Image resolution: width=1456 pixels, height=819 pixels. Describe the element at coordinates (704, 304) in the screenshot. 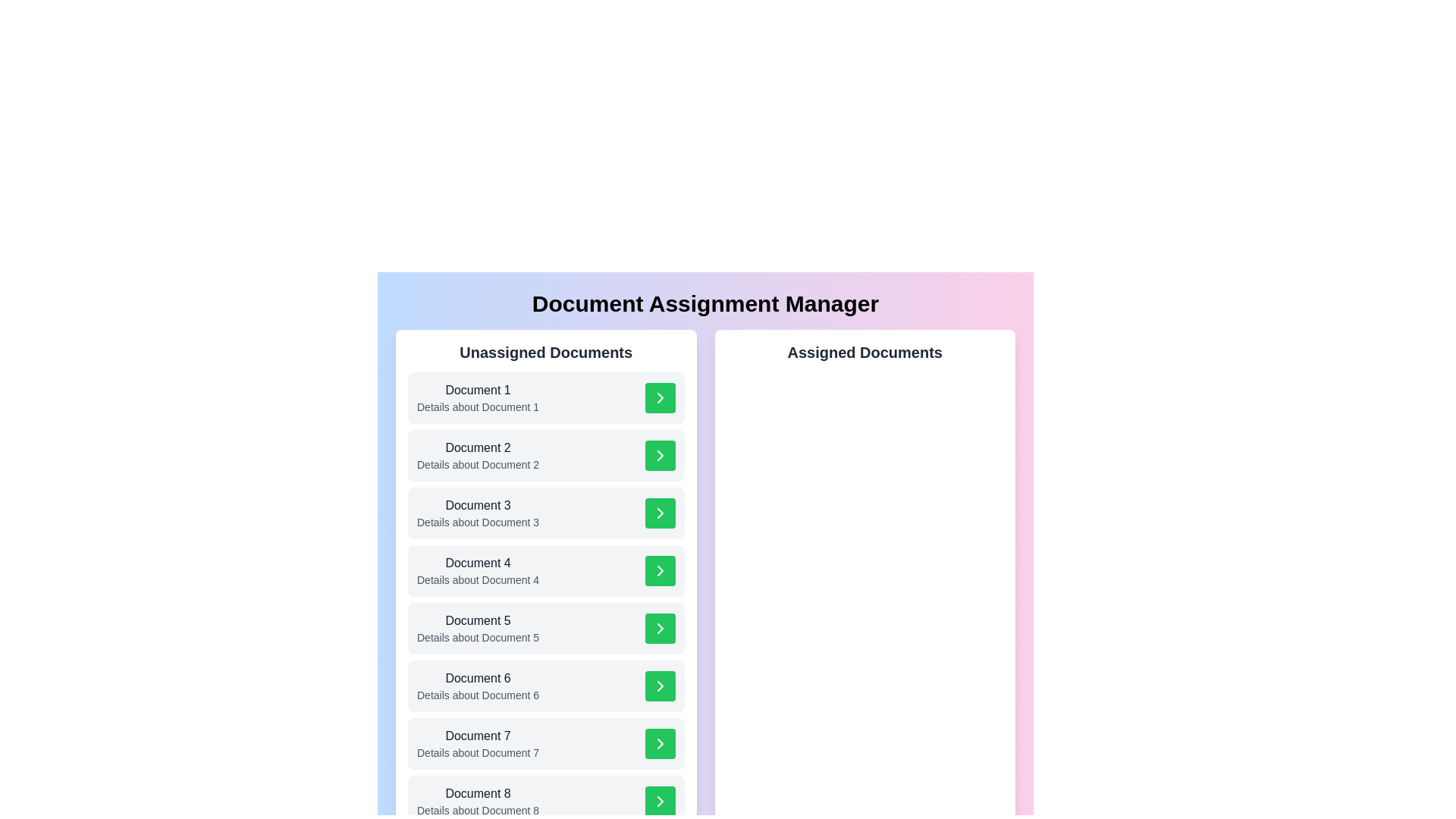

I see `the 'Document Assignment Manager' header, which is centrally aligned at the top of its section with a gradient background from blue to pink` at that location.